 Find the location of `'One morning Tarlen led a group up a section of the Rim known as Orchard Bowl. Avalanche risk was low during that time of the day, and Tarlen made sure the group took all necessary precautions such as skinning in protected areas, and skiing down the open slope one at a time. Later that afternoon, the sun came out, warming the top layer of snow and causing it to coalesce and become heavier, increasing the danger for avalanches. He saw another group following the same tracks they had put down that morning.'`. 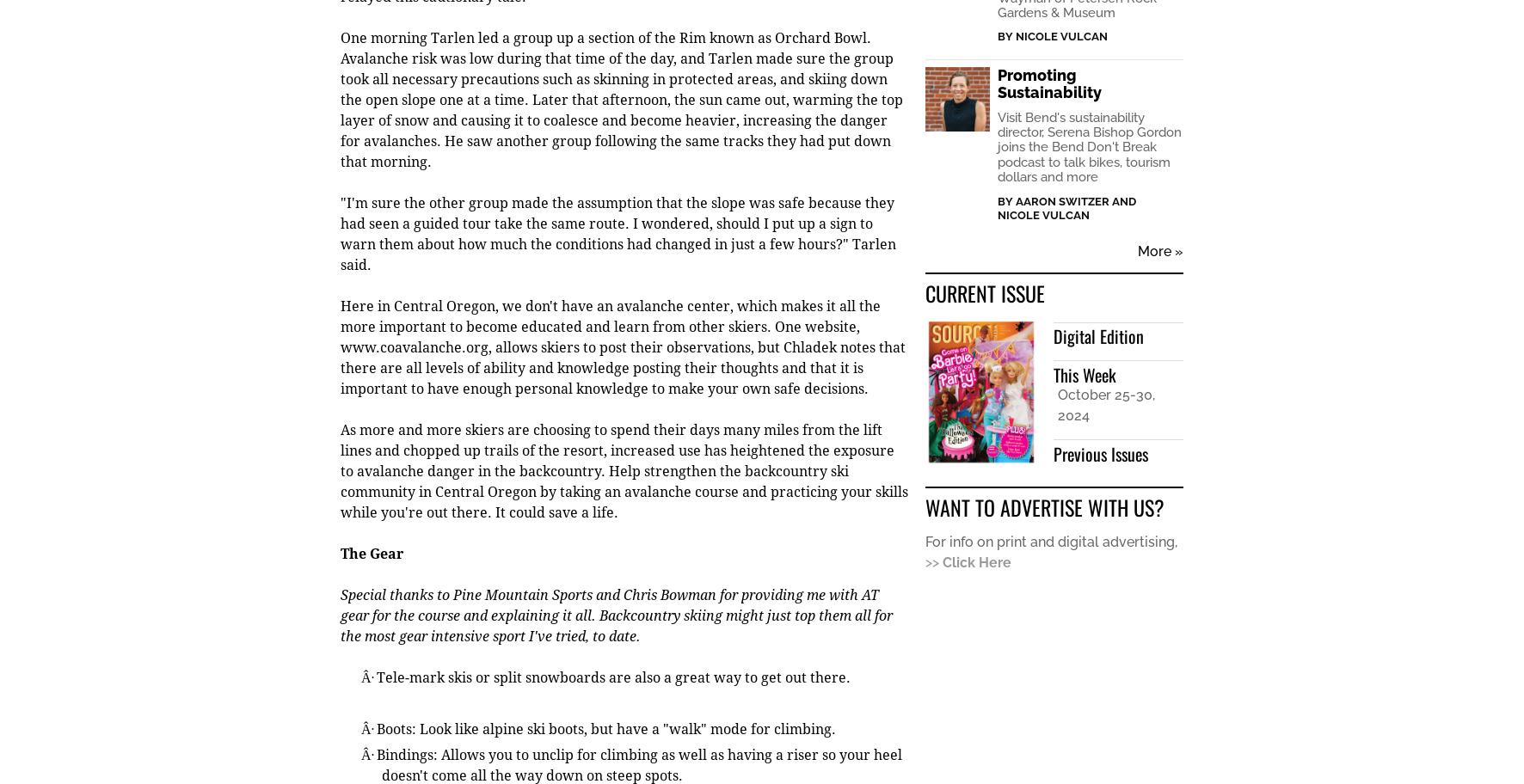

'One morning Tarlen led a group up a section of the Rim known as Orchard Bowl. Avalanche risk was low during that time of the day, and Tarlen made sure the group took all necessary precautions such as skinning in protected areas, and skiing down the open slope one at a time. Later that afternoon, the sun came out, warming the top layer of snow and causing it to coalesce and become heavier, increasing the danger for avalanches. He saw another group following the same tracks they had put down that morning.' is located at coordinates (620, 100).